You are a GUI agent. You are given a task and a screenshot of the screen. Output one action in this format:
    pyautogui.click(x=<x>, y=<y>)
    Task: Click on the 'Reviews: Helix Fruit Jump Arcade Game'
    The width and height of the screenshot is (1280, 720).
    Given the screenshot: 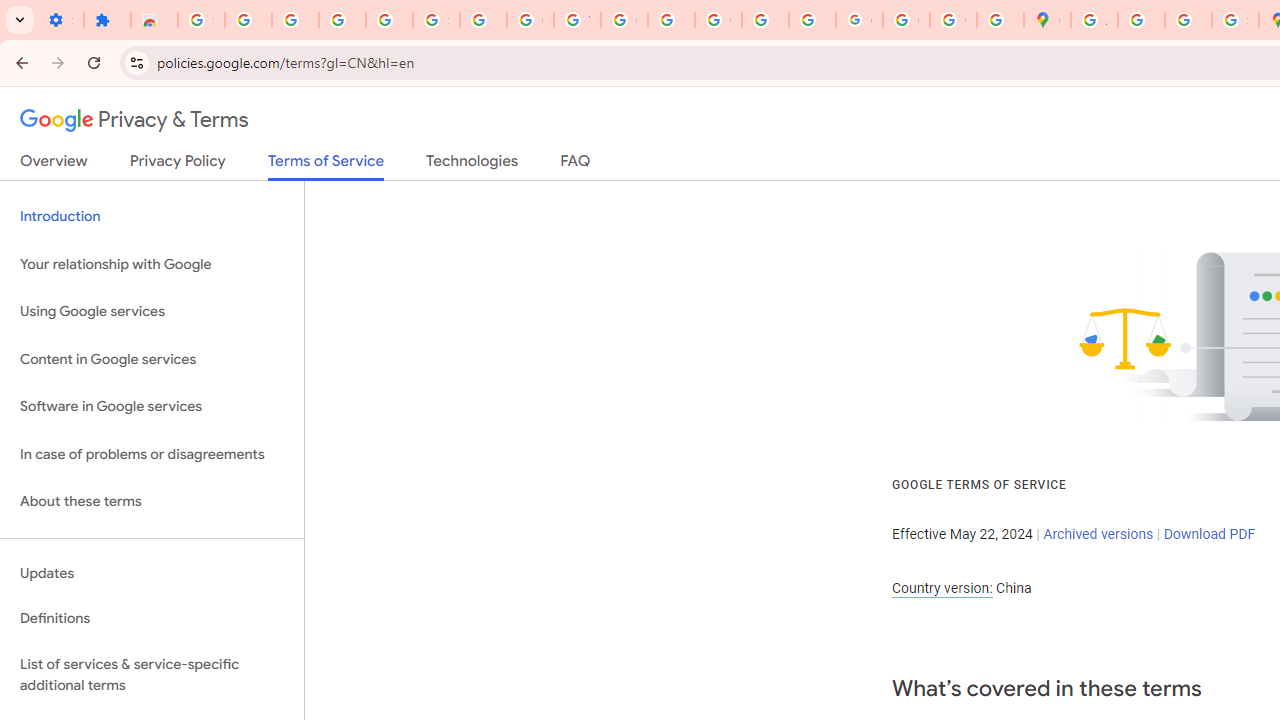 What is the action you would take?
    pyautogui.click(x=153, y=20)
    